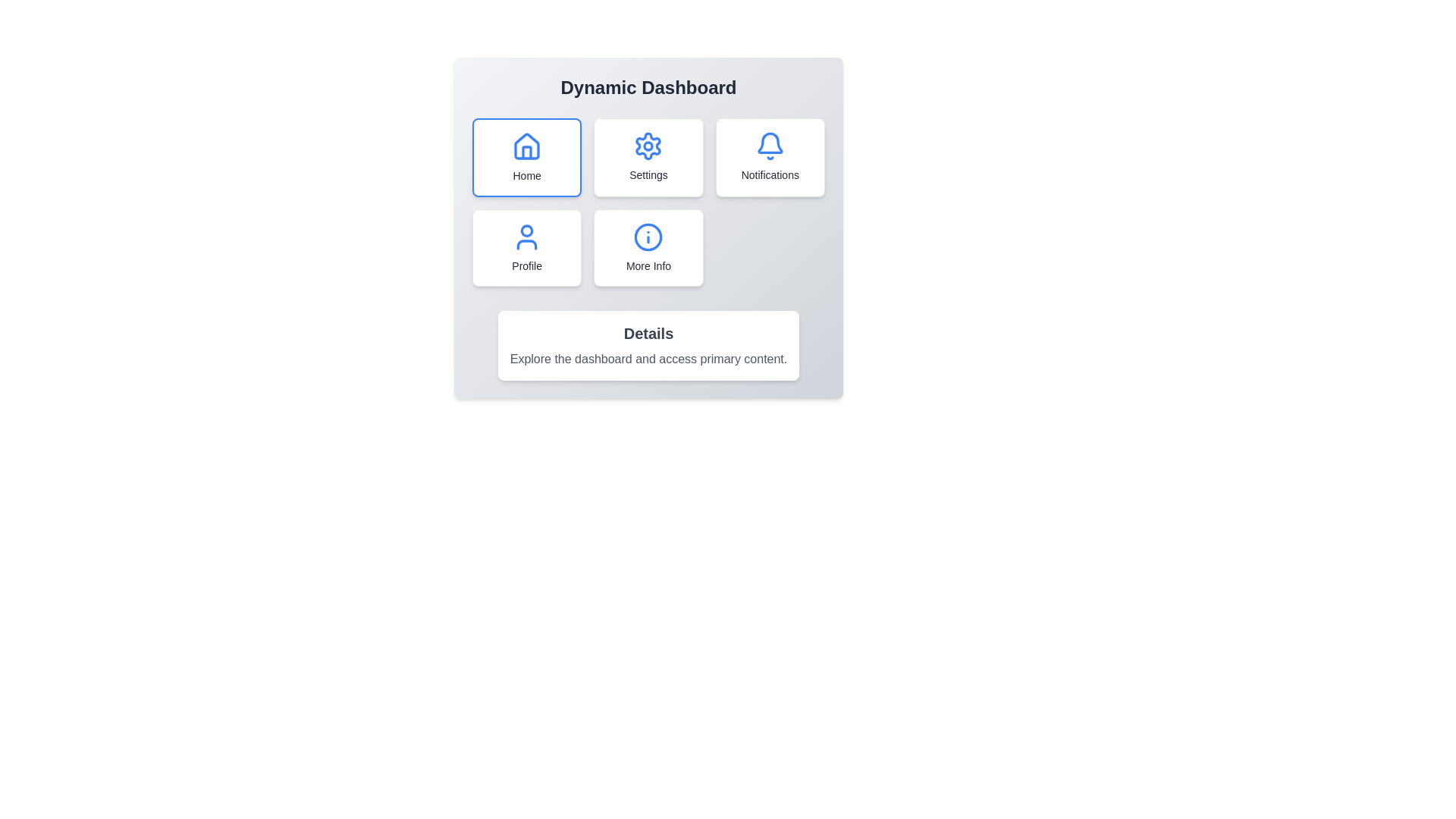 The image size is (1456, 819). What do you see at coordinates (648, 237) in the screenshot?
I see `information icon, which is a blue circular icon with a distinct 'i' centered within, located in the 'More Info' section at the bottom of the main buttons` at bounding box center [648, 237].